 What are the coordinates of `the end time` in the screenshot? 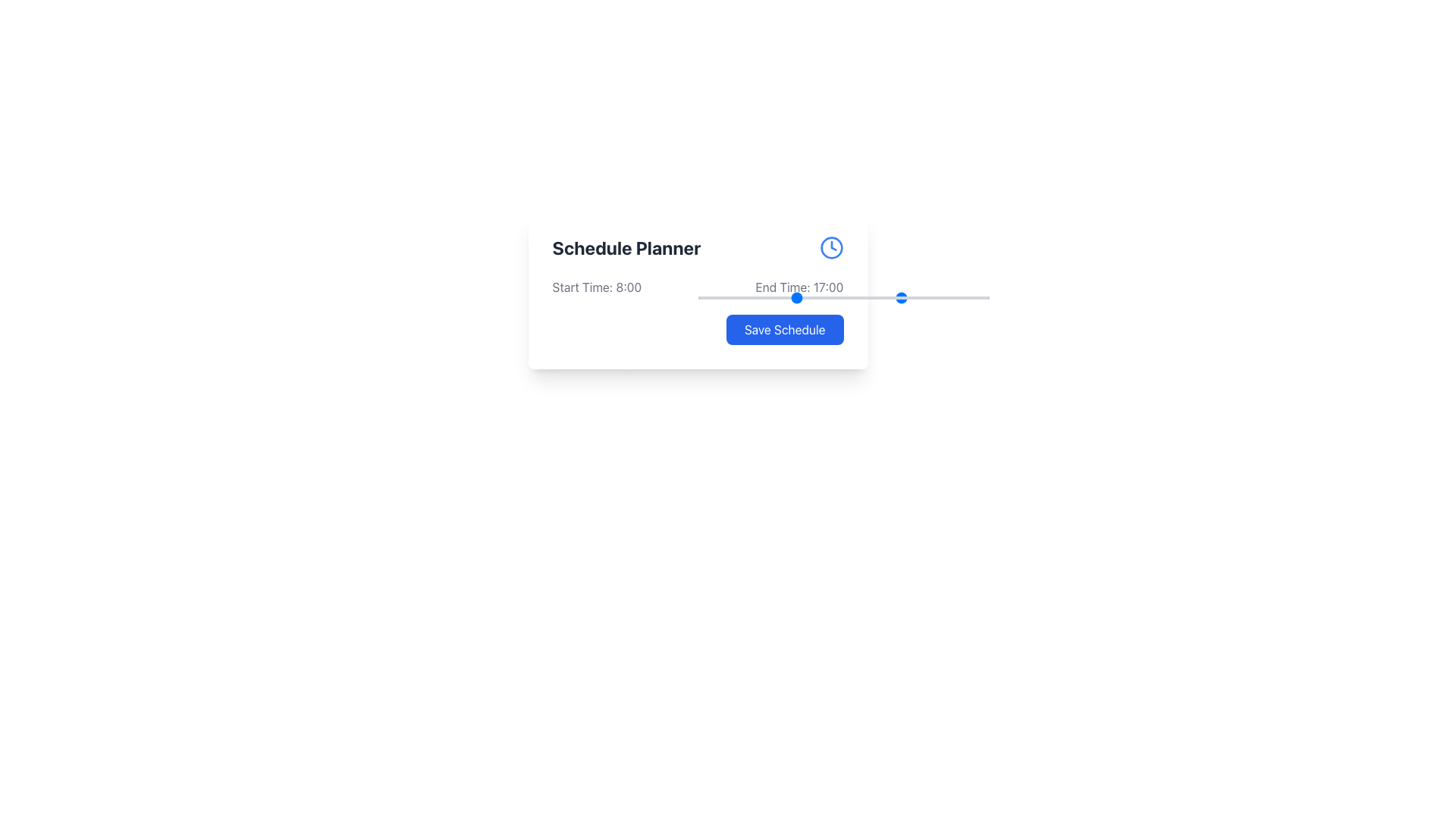 It's located at (892, 298).